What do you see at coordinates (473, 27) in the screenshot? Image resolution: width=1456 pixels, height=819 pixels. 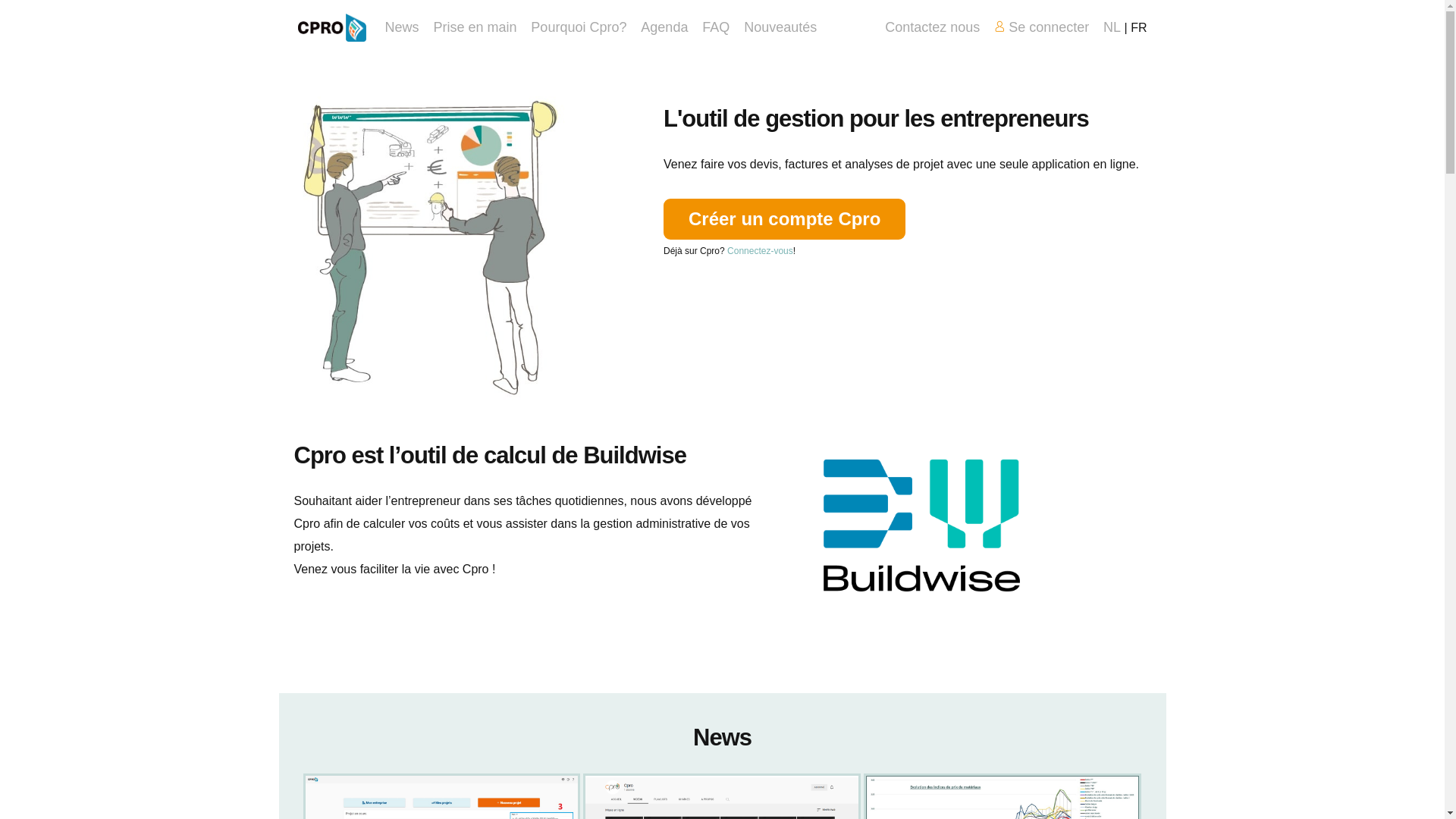 I see `'Prise en main'` at bounding box center [473, 27].